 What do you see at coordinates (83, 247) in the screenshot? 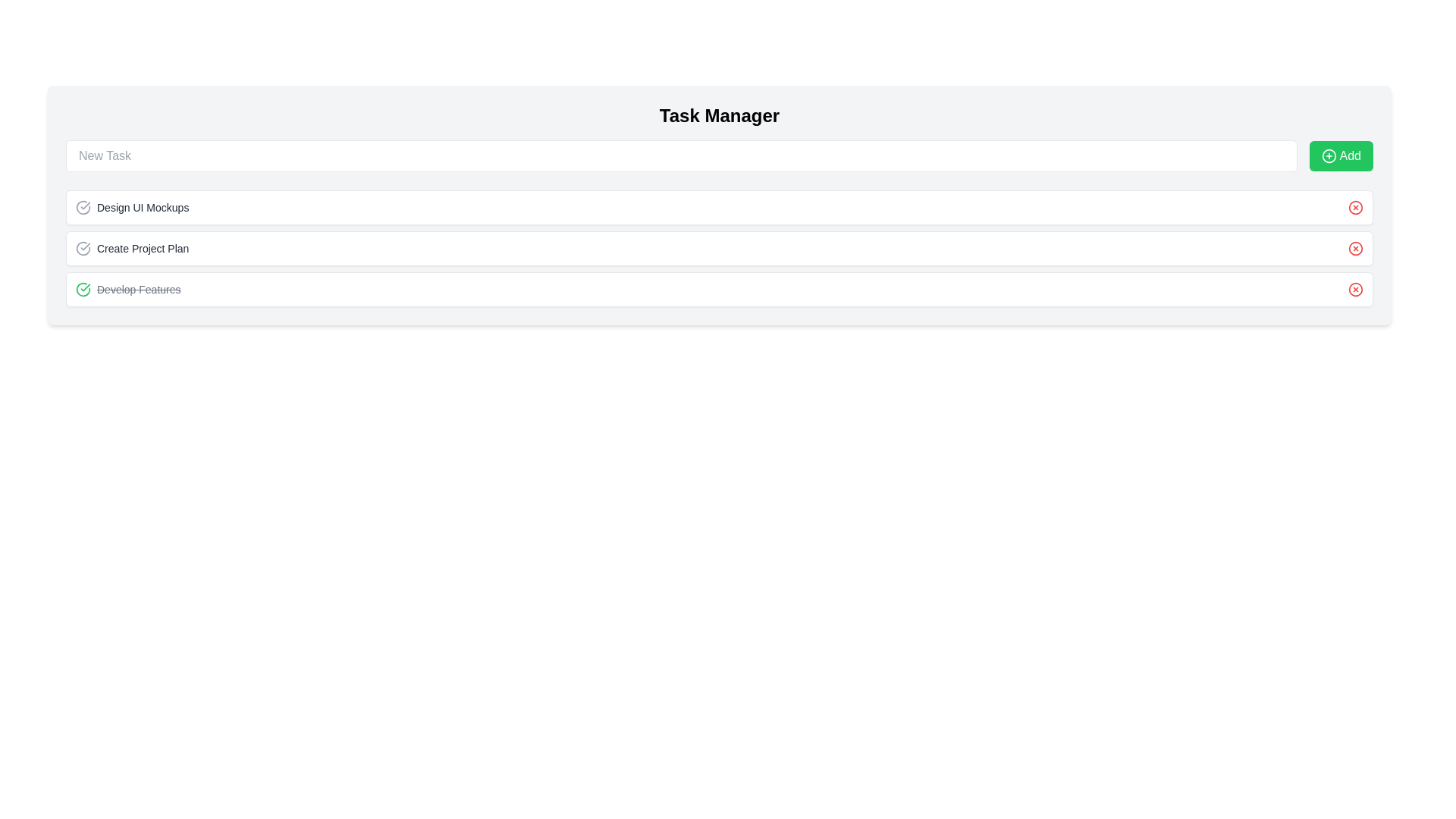
I see `the status icon located to the left of the 'Create Project Plan' text label in the second entry of the task management interface` at bounding box center [83, 247].